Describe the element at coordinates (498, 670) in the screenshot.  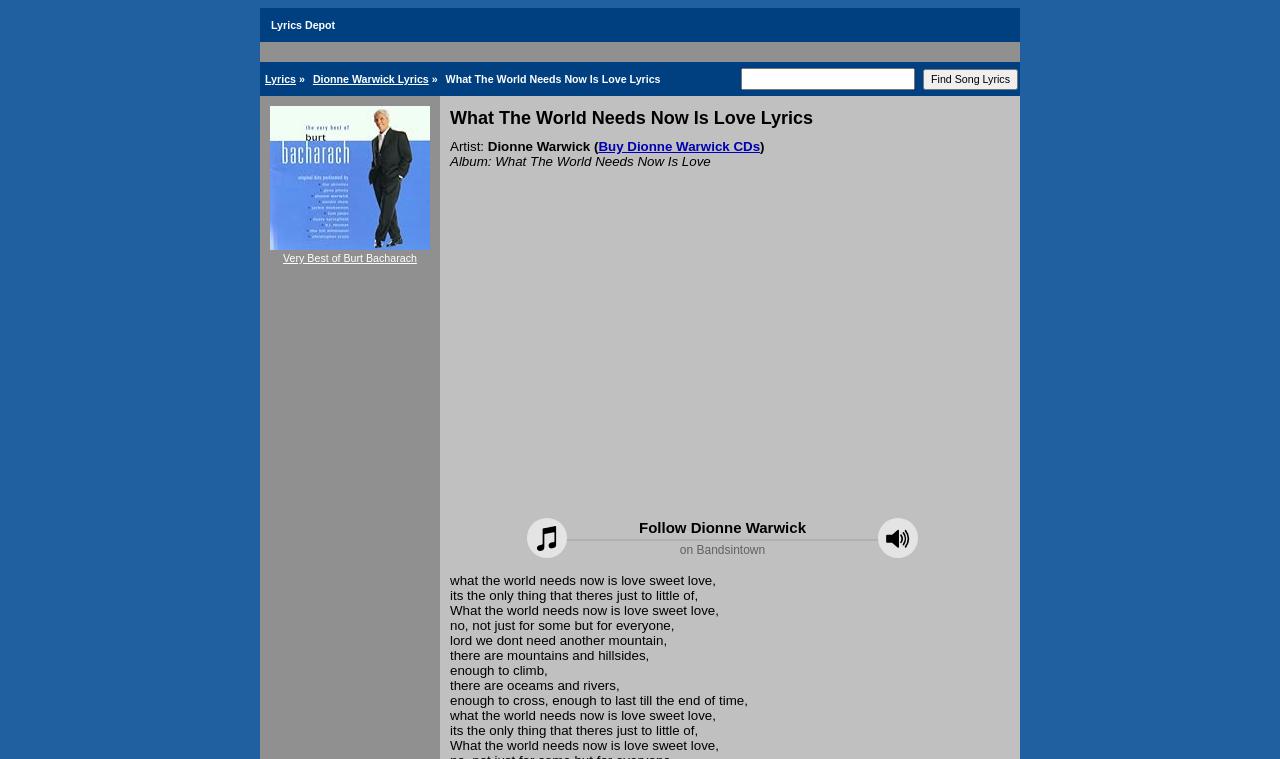
I see `'enough to climb,'` at that location.